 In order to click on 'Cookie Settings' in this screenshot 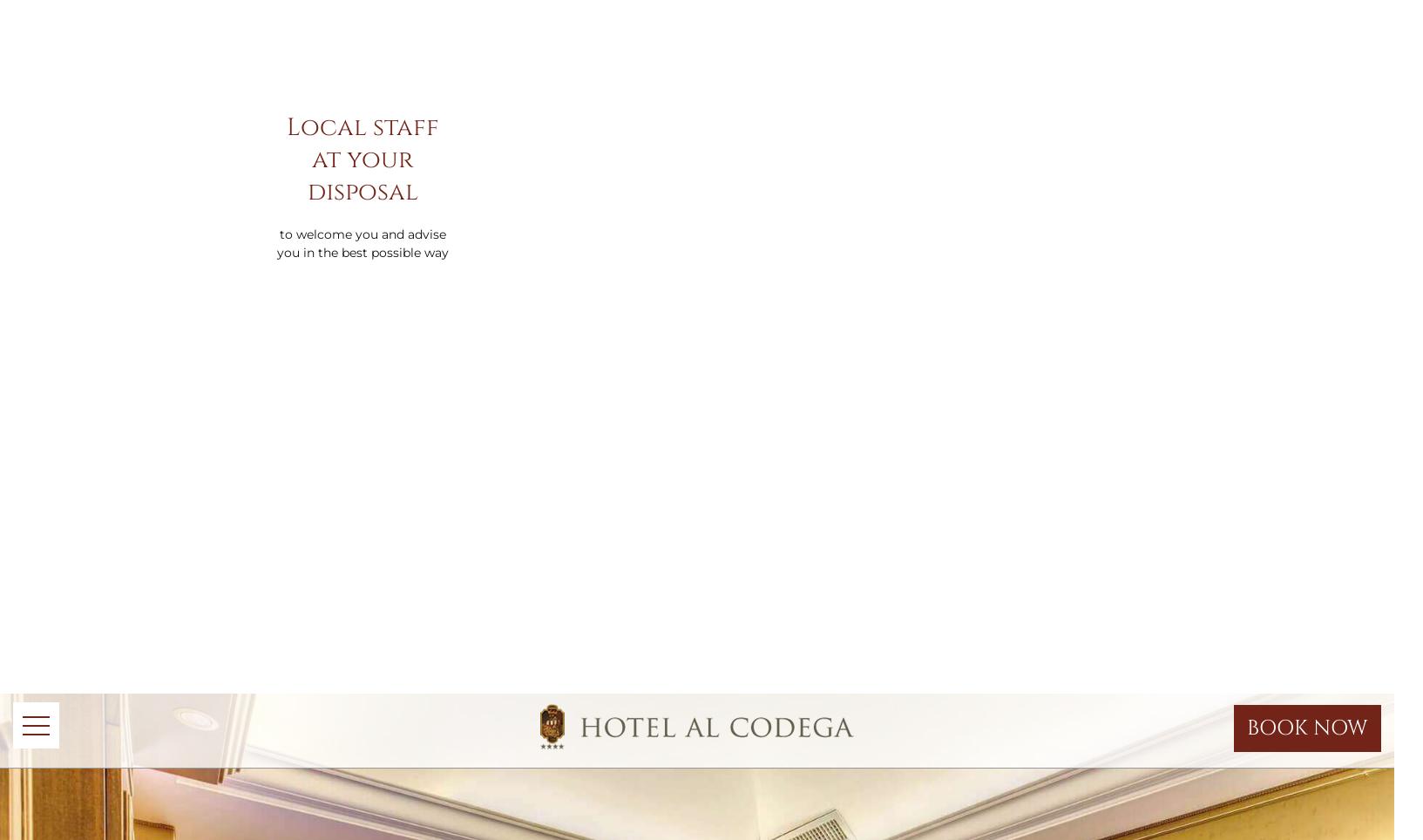, I will do `click(852, 132)`.